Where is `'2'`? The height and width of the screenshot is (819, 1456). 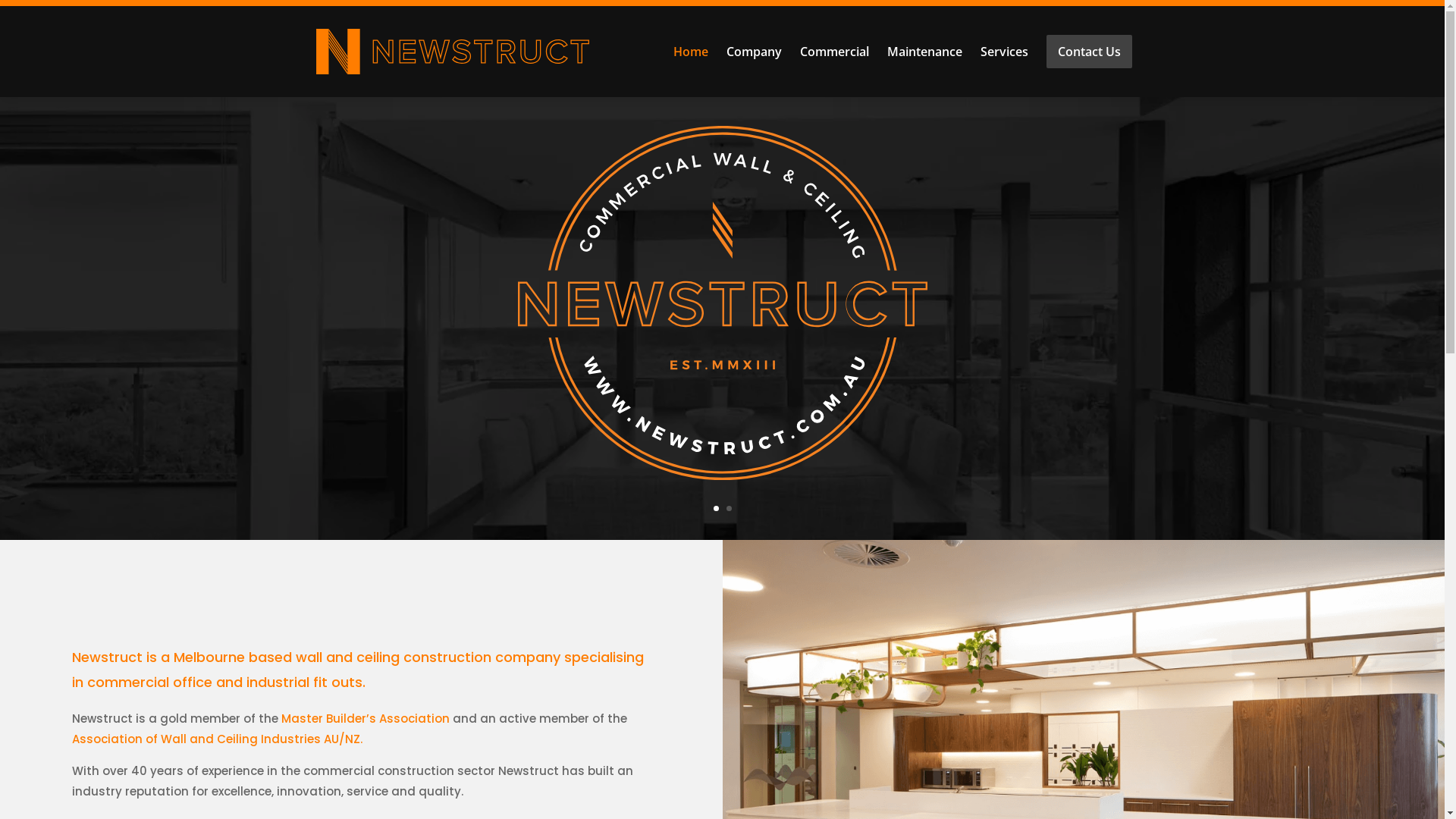 '2' is located at coordinates (726, 507).